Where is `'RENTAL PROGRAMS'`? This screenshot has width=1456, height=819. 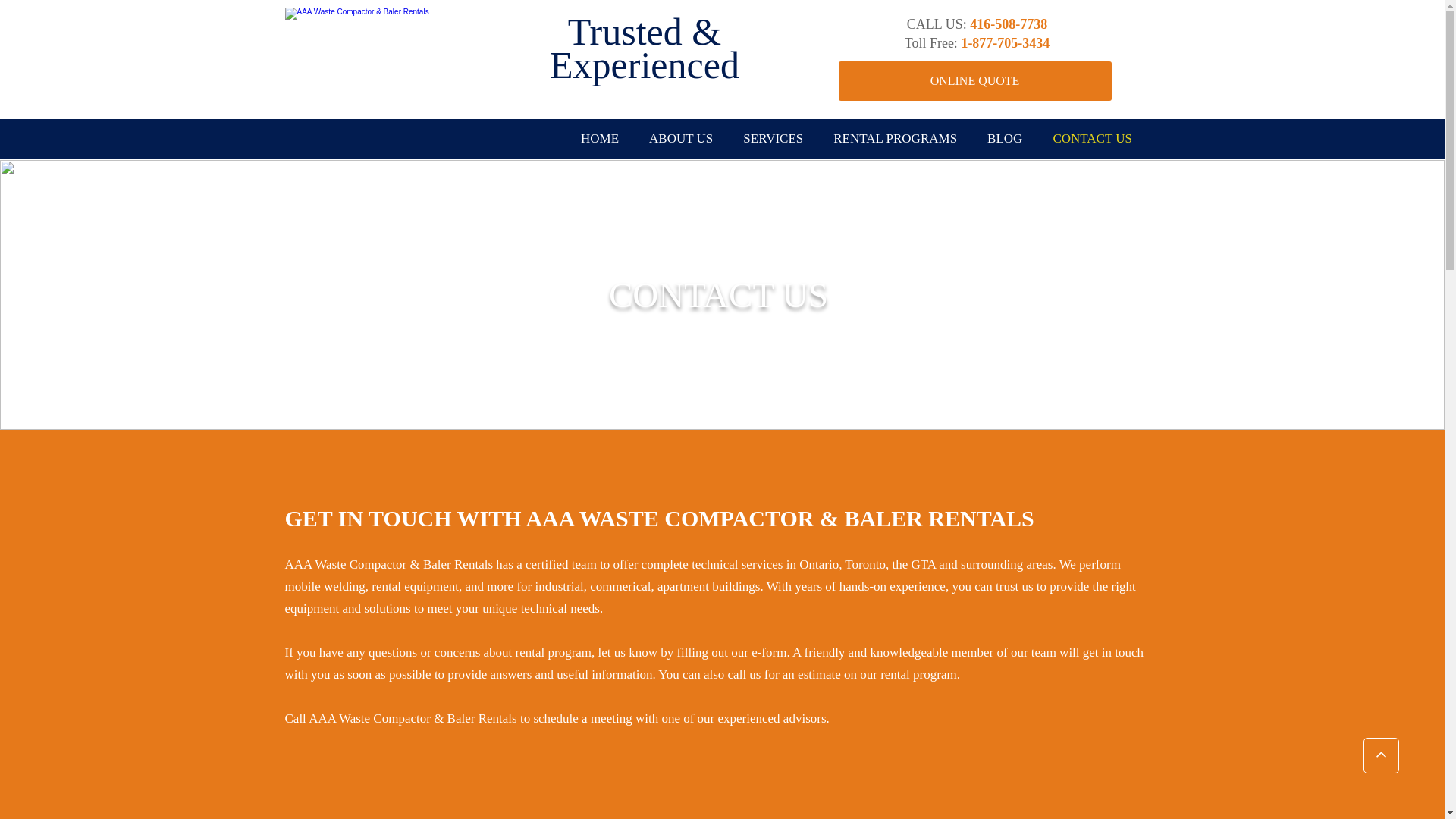
'RENTAL PROGRAMS' is located at coordinates (895, 139).